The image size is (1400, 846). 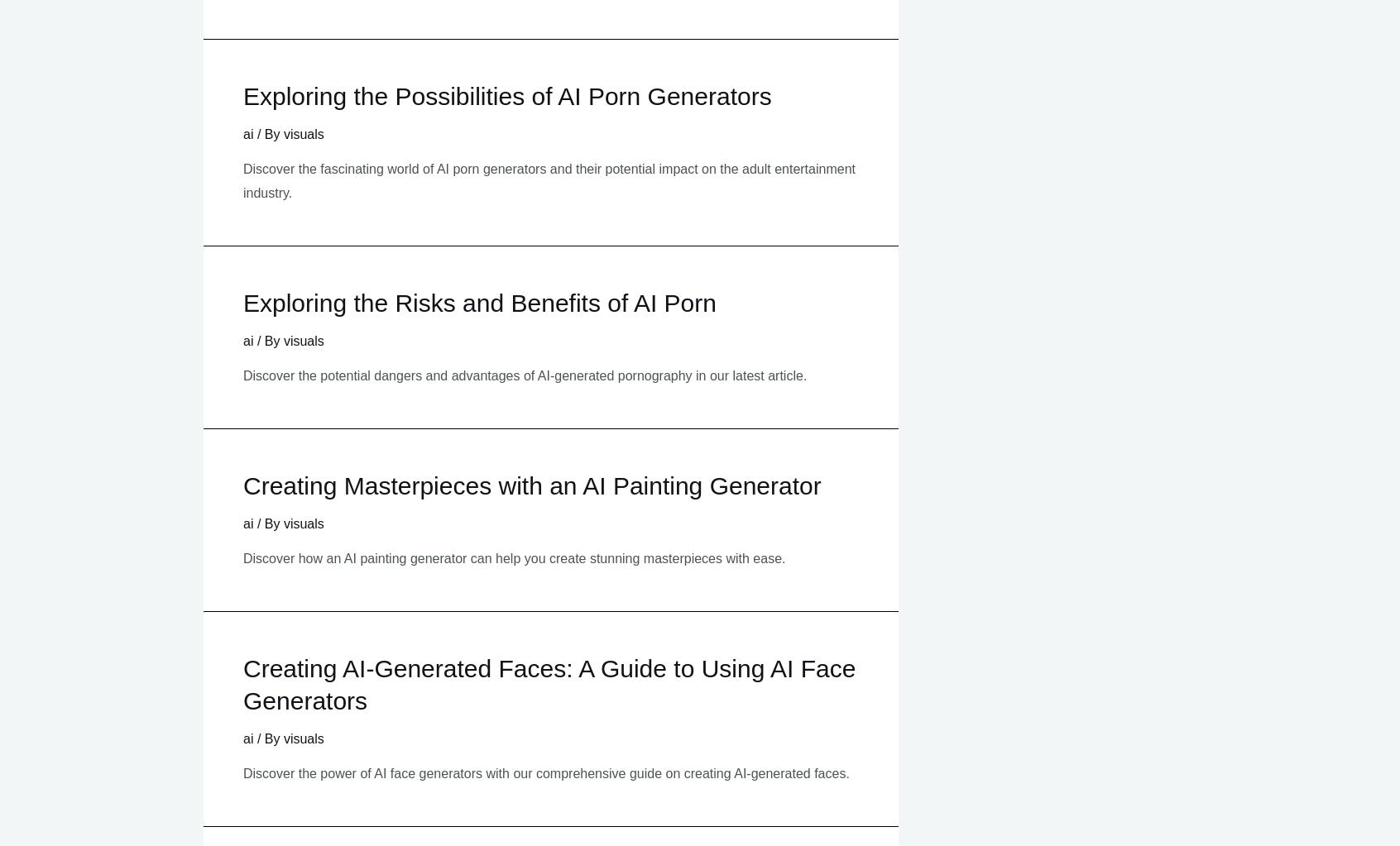 I want to click on 'Creating AI-Generated Faces: A Guide to Using AI Face Generators', so click(x=549, y=683).